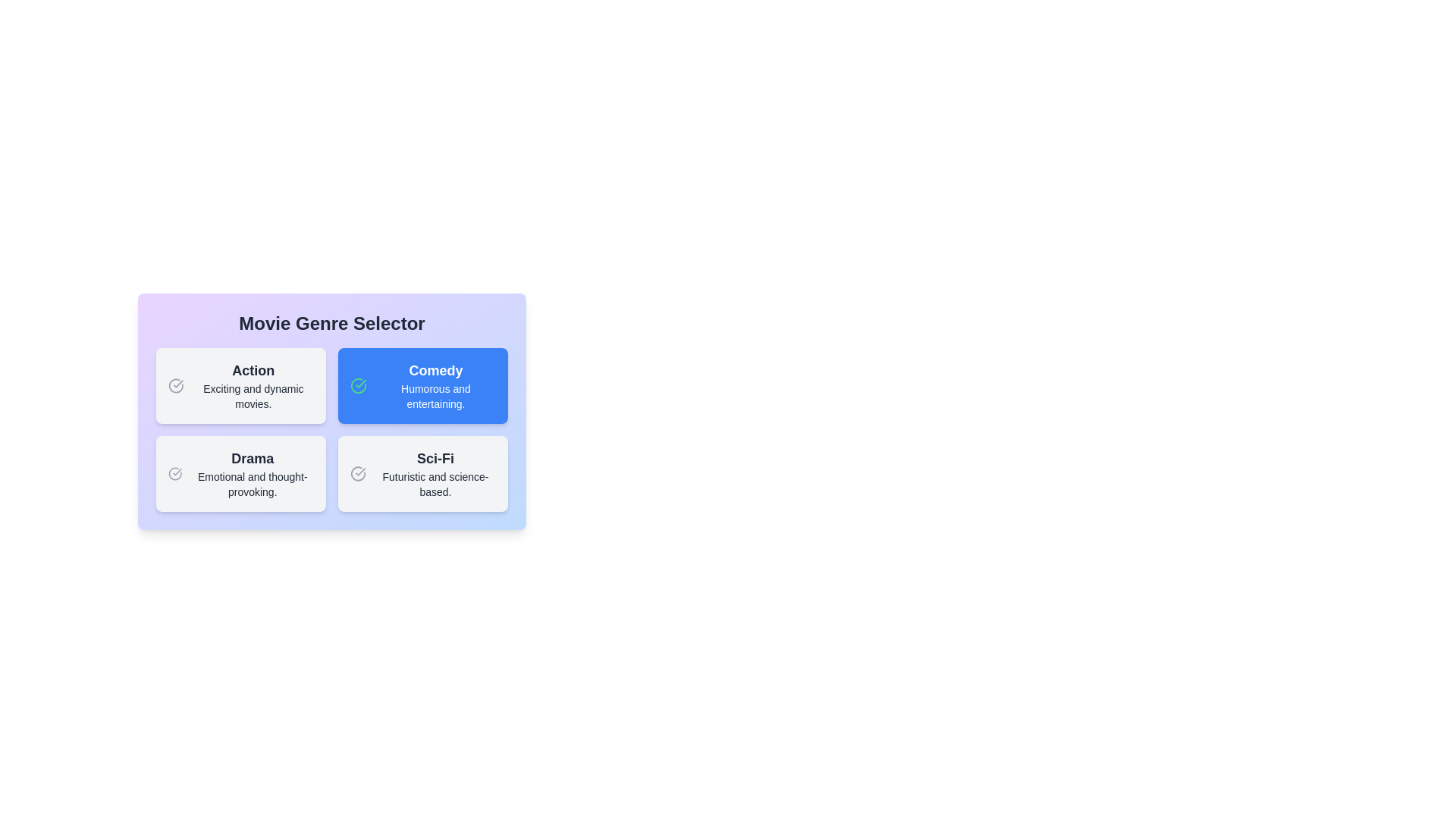 The image size is (1456, 819). I want to click on the genre card labeled Sci-Fi, so click(422, 472).